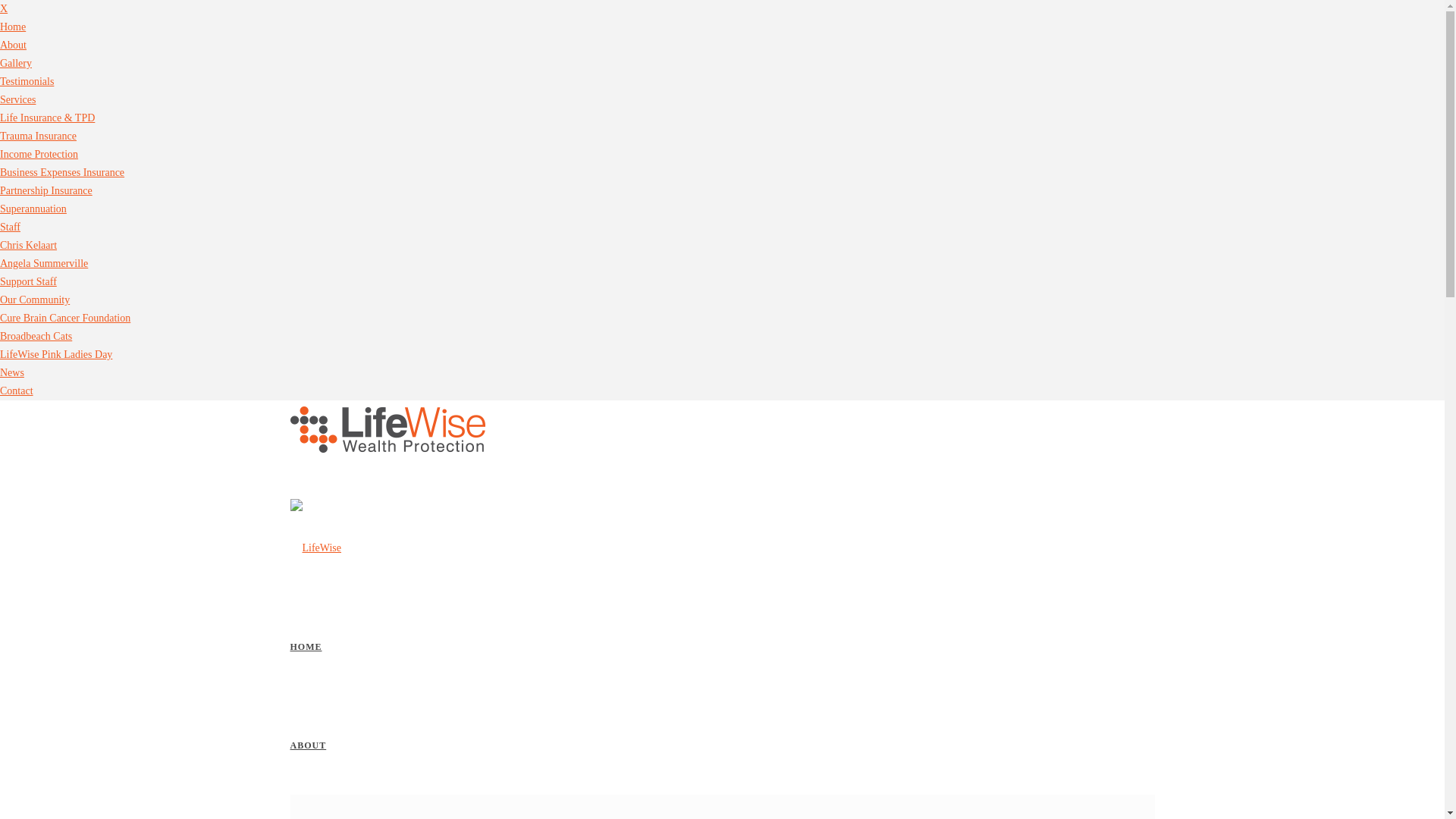 The width and height of the screenshot is (1456, 819). I want to click on 'Staff', so click(10, 227).